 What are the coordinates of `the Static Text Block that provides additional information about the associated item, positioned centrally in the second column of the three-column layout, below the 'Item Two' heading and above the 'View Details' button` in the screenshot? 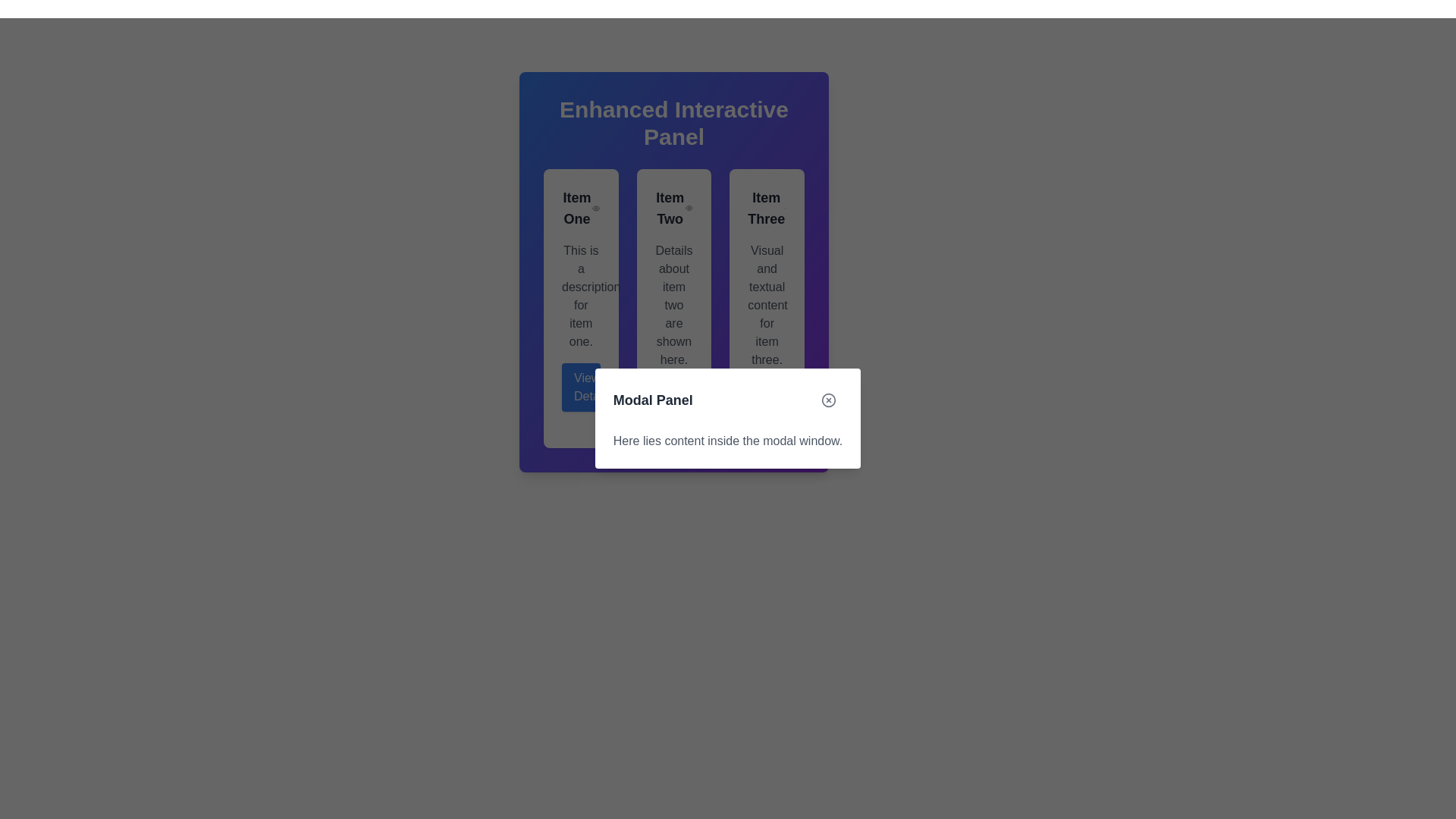 It's located at (673, 305).